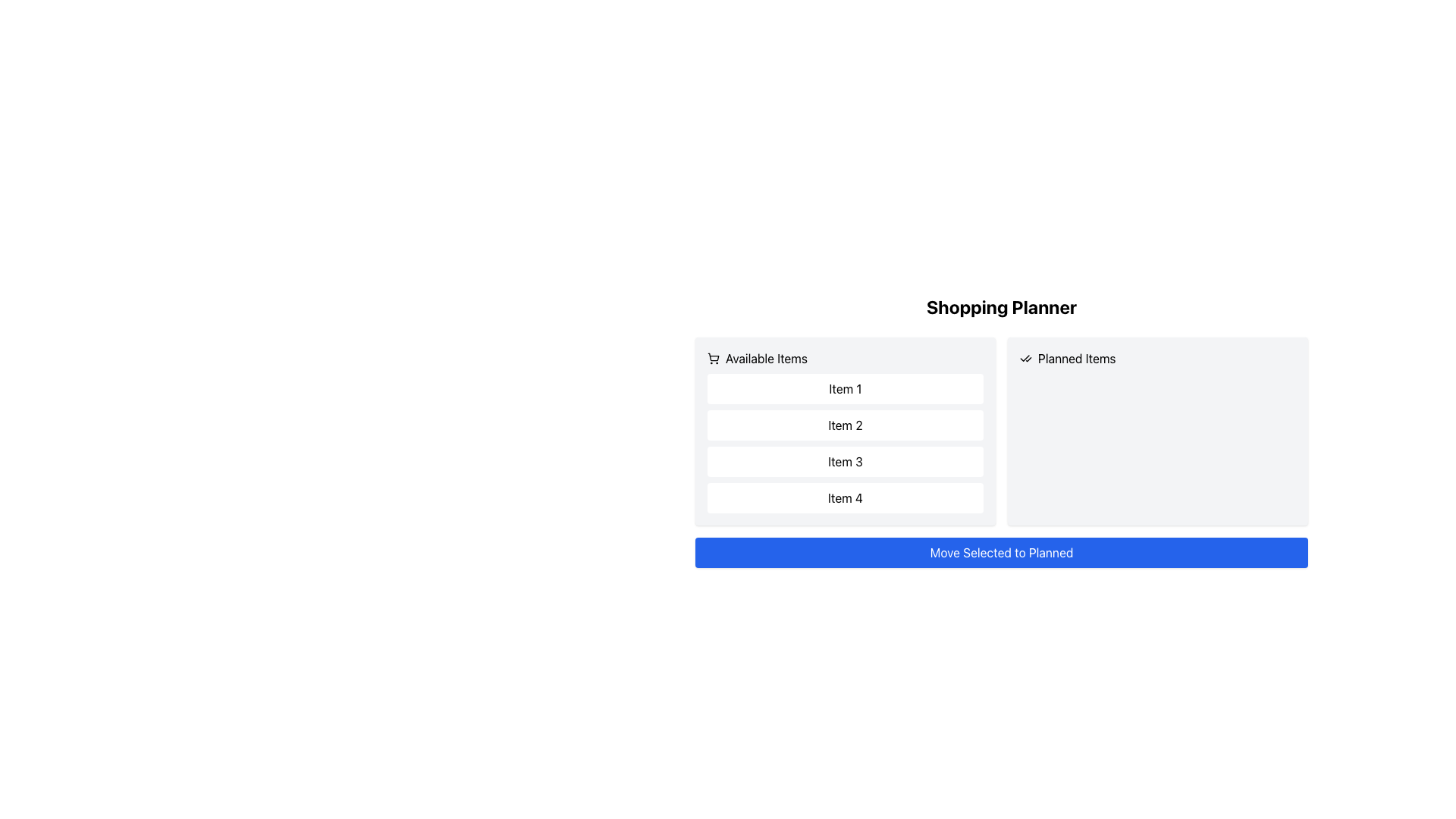 This screenshot has height=819, width=1456. What do you see at coordinates (1001, 553) in the screenshot?
I see `the button labeled 'Move Selected to Planned' to observe its hover effect, which changes color on hover` at bounding box center [1001, 553].